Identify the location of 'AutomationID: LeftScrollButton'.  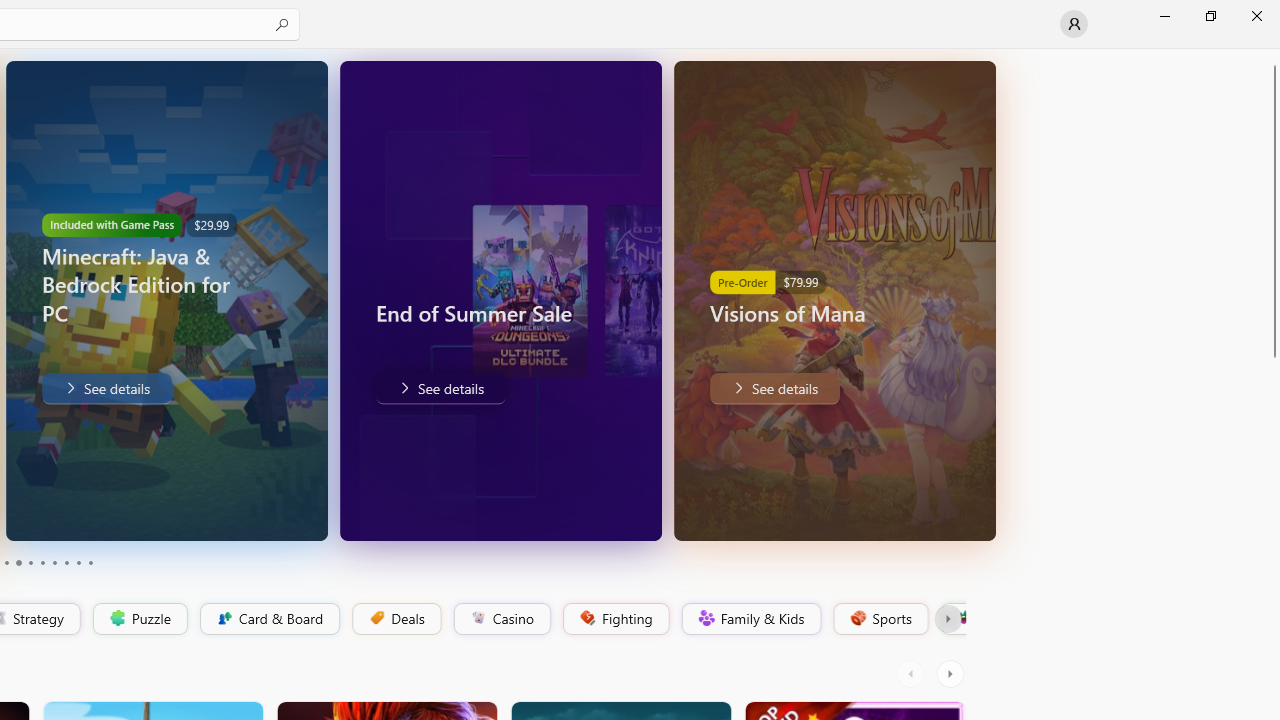
(912, 673).